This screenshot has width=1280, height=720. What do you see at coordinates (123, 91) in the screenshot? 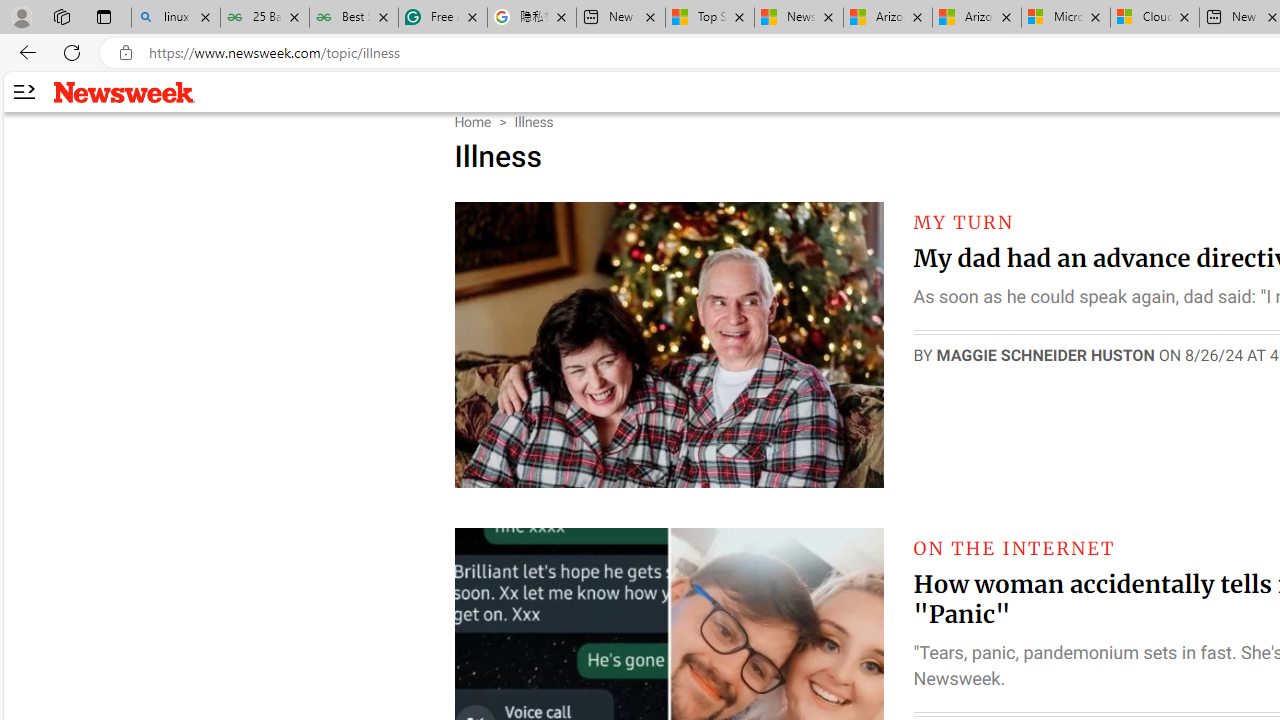
I see `'Newsweek logo'` at bounding box center [123, 91].